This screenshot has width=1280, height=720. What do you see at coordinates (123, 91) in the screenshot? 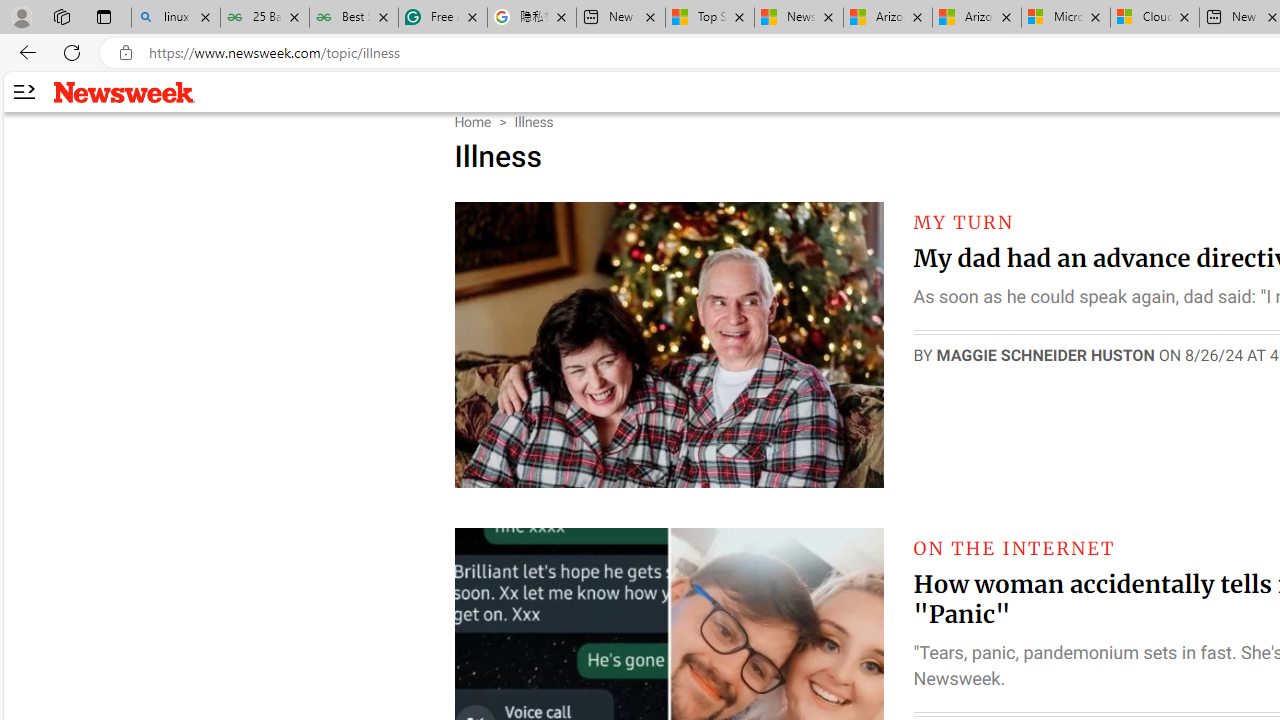
I see `'Newsweek logo'` at bounding box center [123, 91].